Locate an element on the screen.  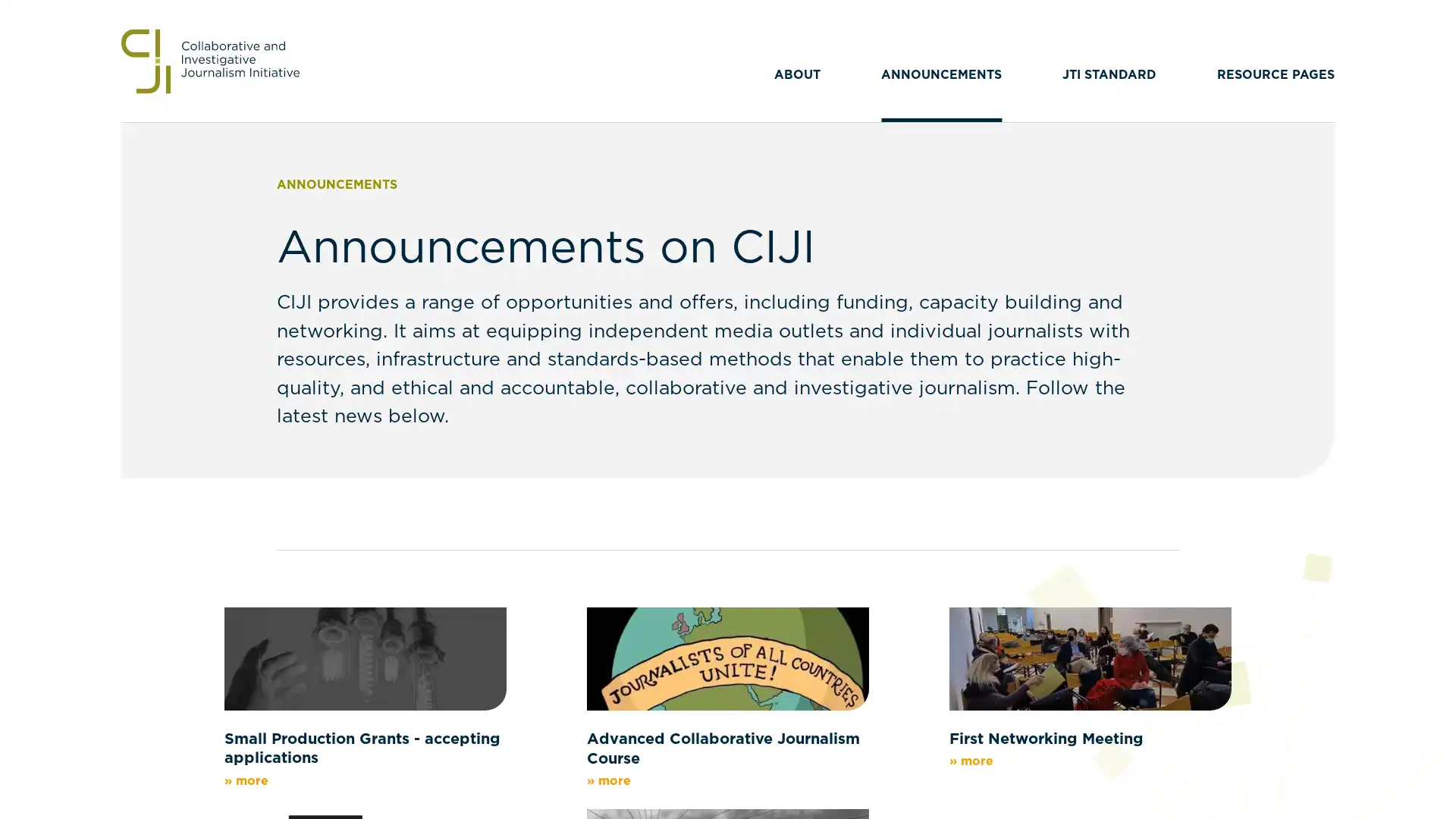
Save Services is located at coordinates (578, 514).